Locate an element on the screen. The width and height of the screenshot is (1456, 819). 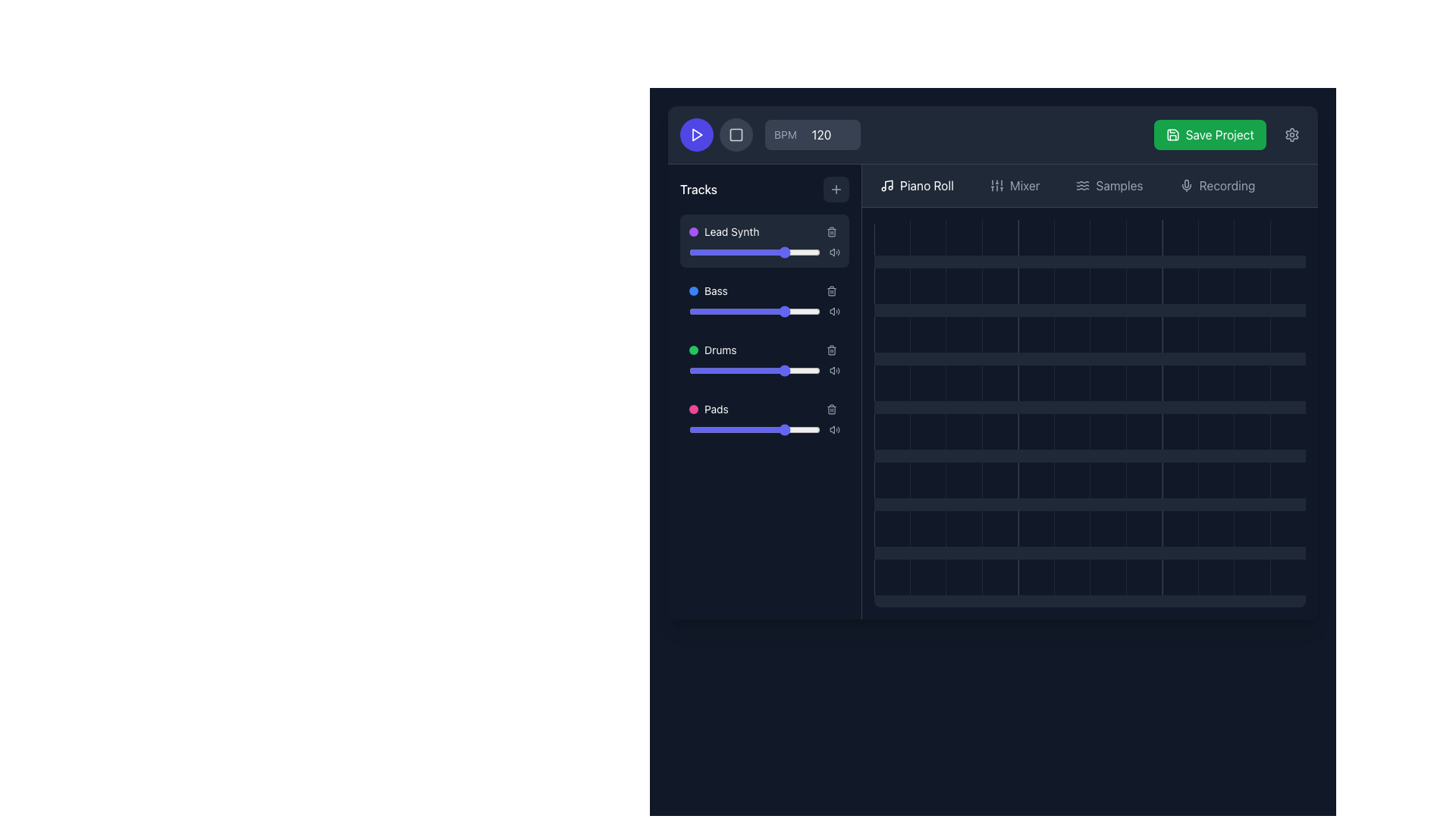
the gear-like settings icon located at the top-right corner of the interface is located at coordinates (1291, 133).